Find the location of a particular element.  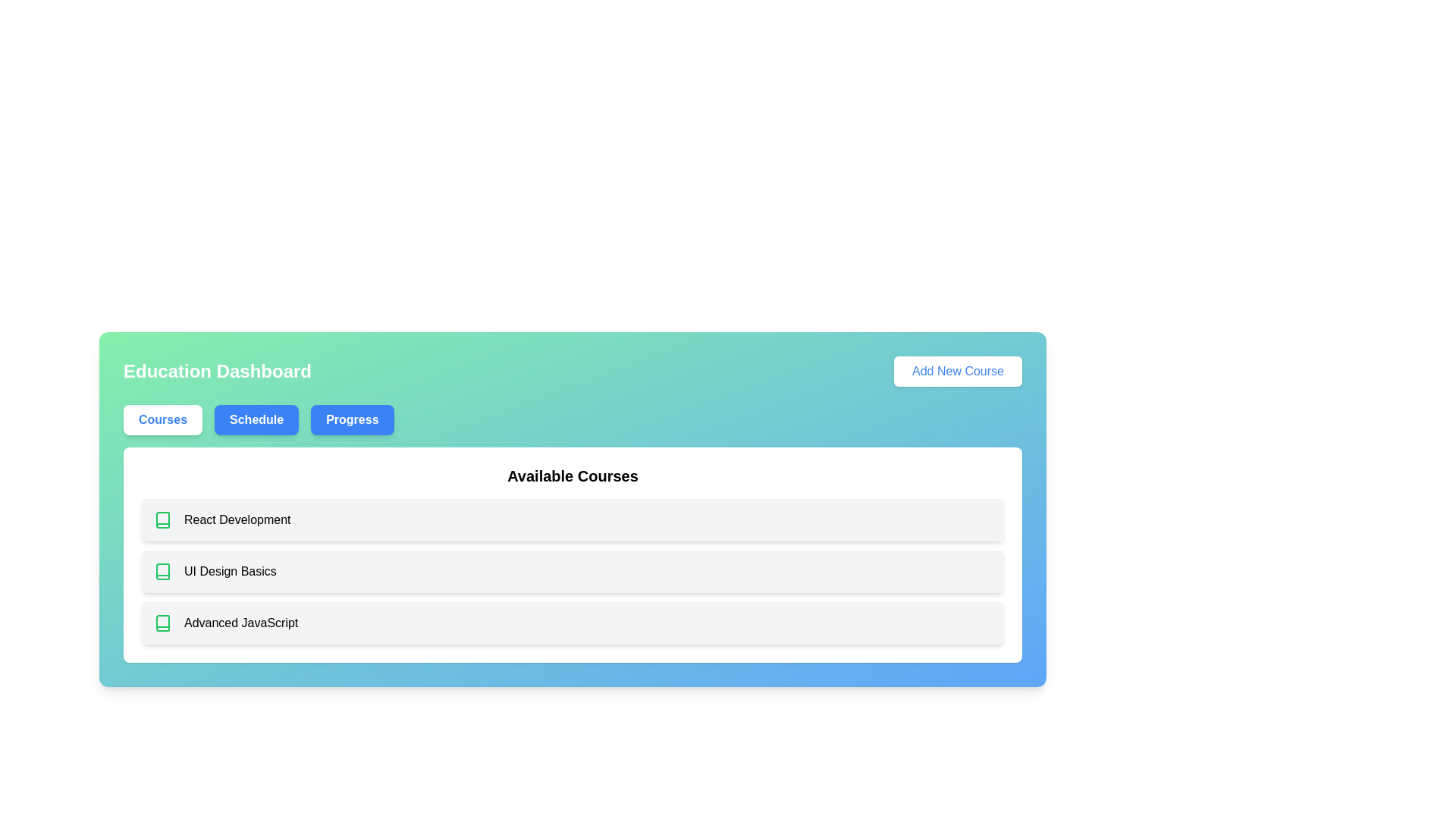

the educational icon located to the left of the 'Advanced JavaScript' text in the third row under the 'Available Courses' section is located at coordinates (163, 623).